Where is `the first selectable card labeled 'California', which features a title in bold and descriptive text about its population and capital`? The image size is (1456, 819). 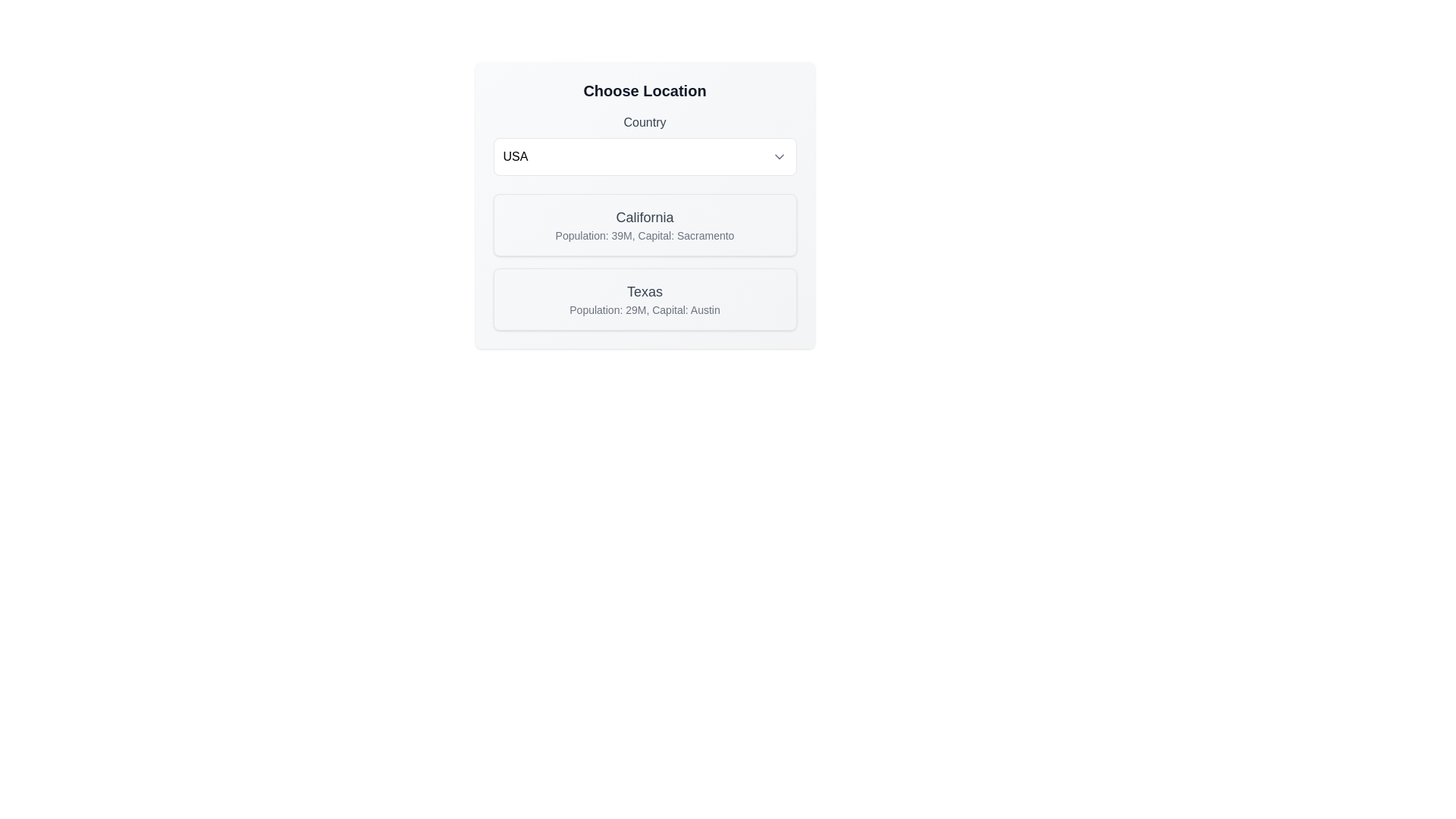
the first selectable card labeled 'California', which features a title in bold and descriptive text about its population and capital is located at coordinates (645, 225).